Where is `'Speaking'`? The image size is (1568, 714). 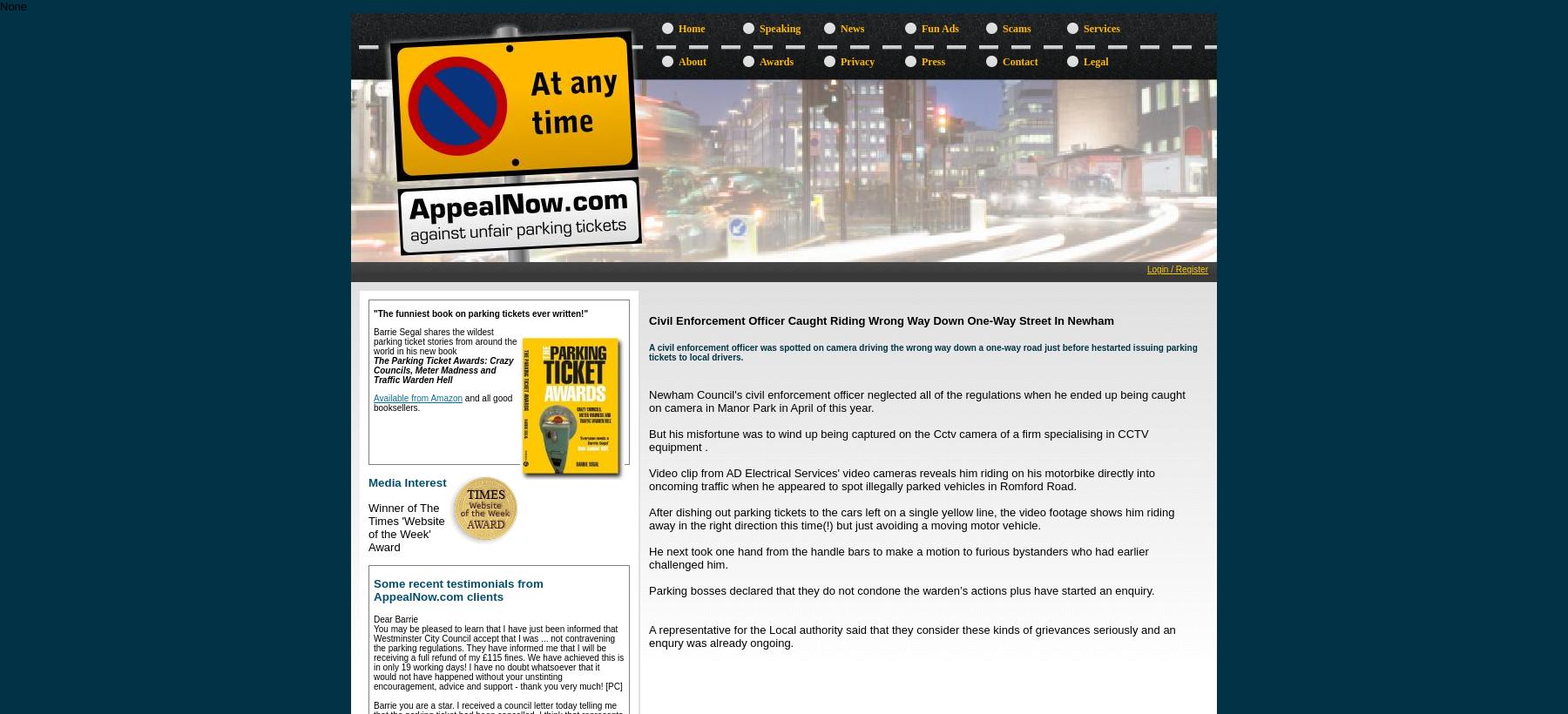 'Speaking' is located at coordinates (780, 27).